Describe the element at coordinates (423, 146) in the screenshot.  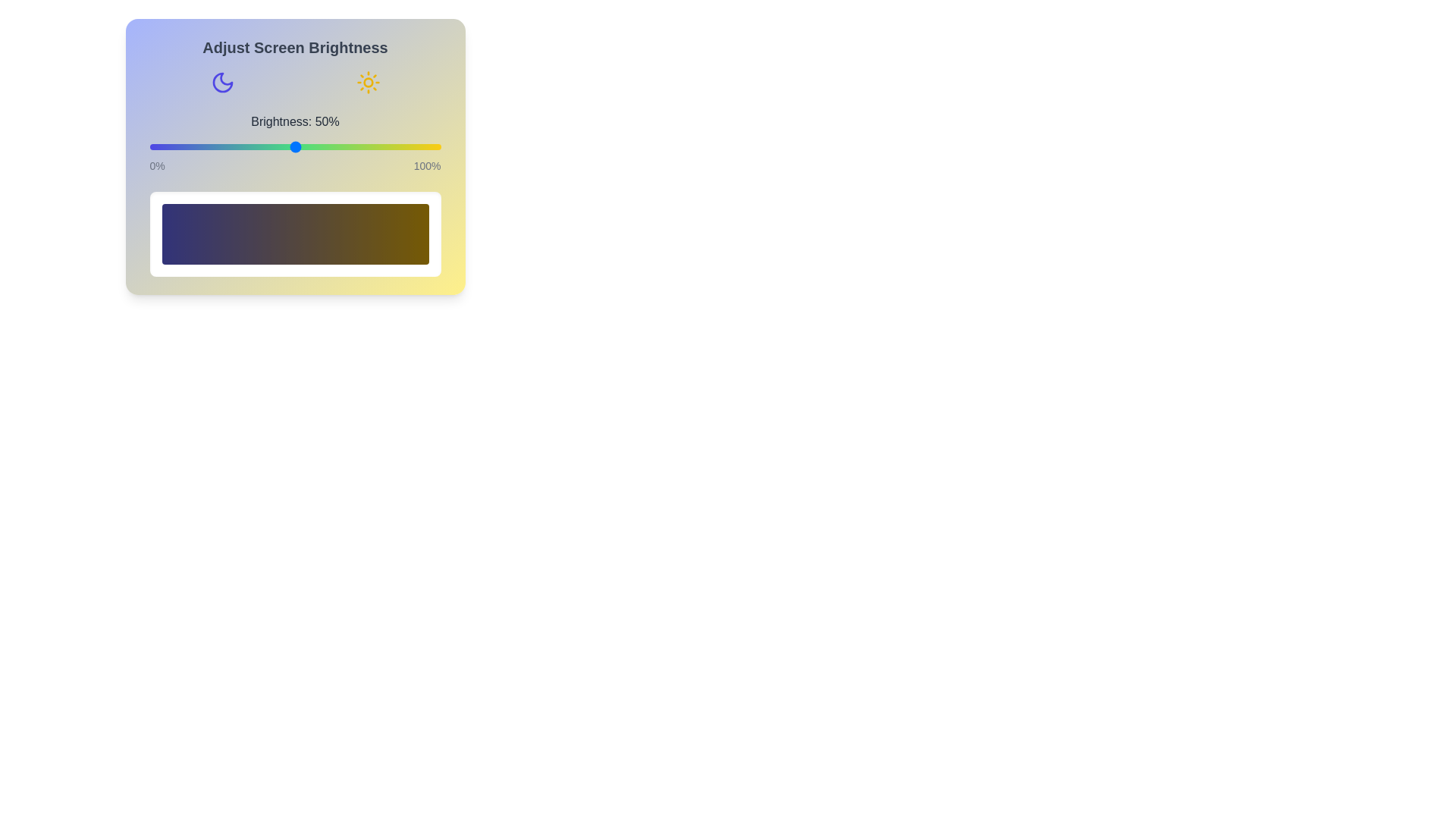
I see `the brightness to 94% using the slider` at that location.